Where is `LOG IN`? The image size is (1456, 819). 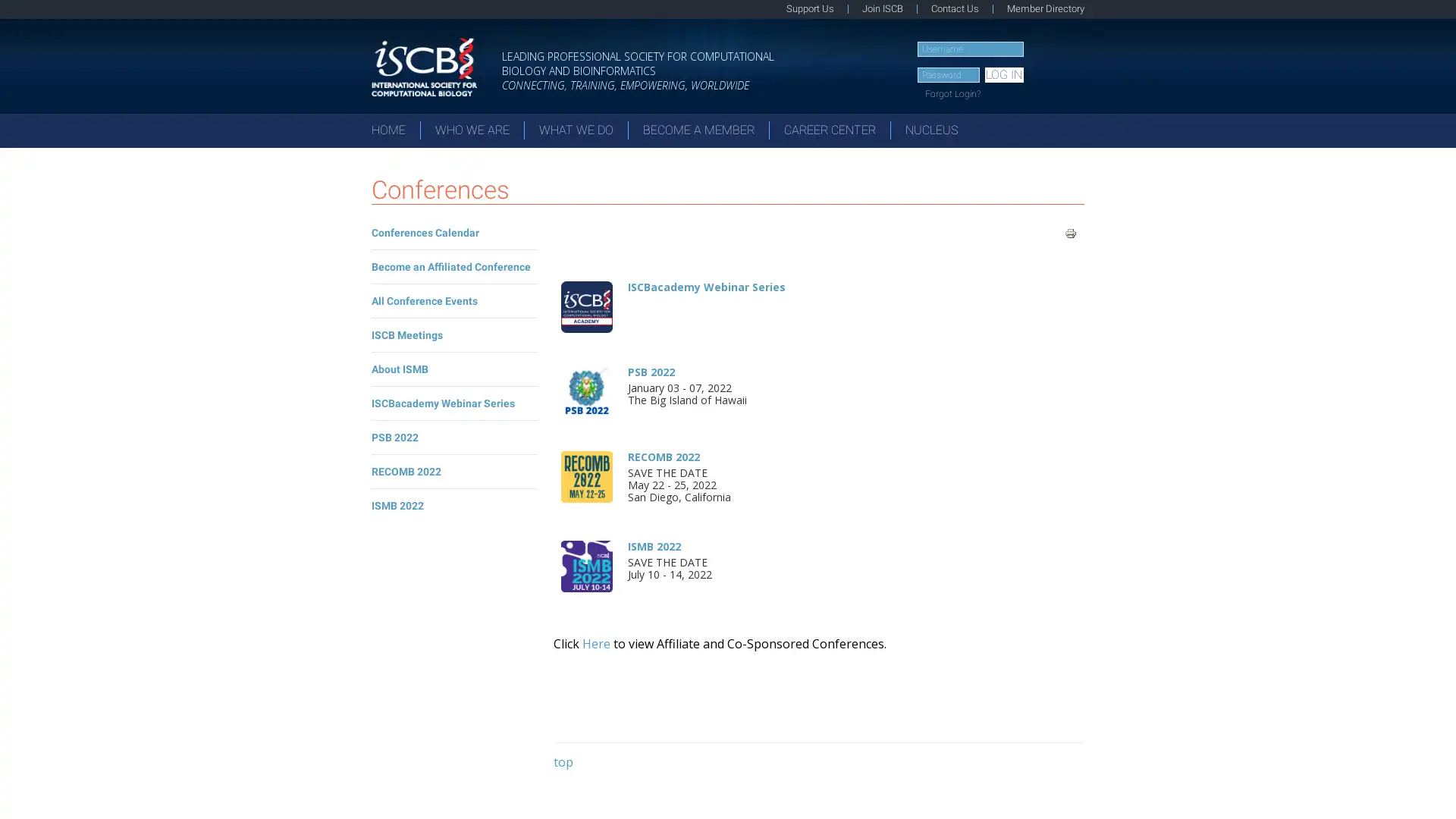
LOG IN is located at coordinates (1003, 75).